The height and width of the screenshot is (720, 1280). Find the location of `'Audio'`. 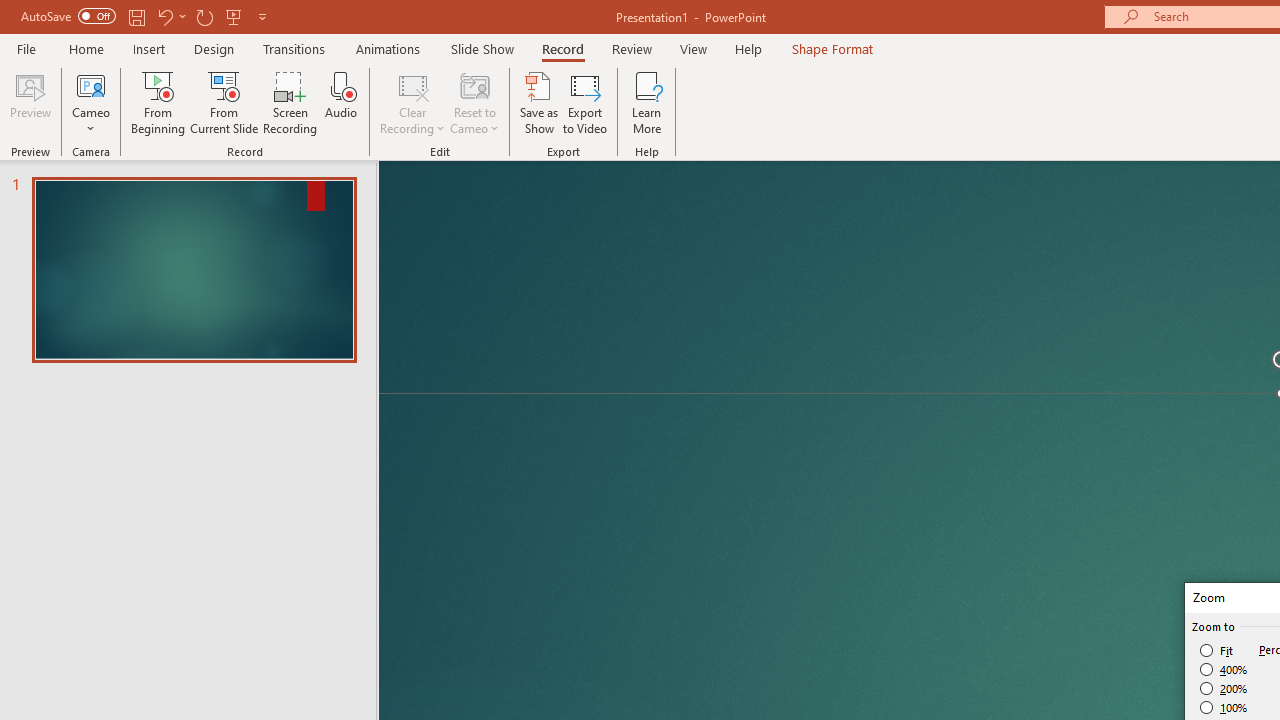

'Audio' is located at coordinates (341, 103).